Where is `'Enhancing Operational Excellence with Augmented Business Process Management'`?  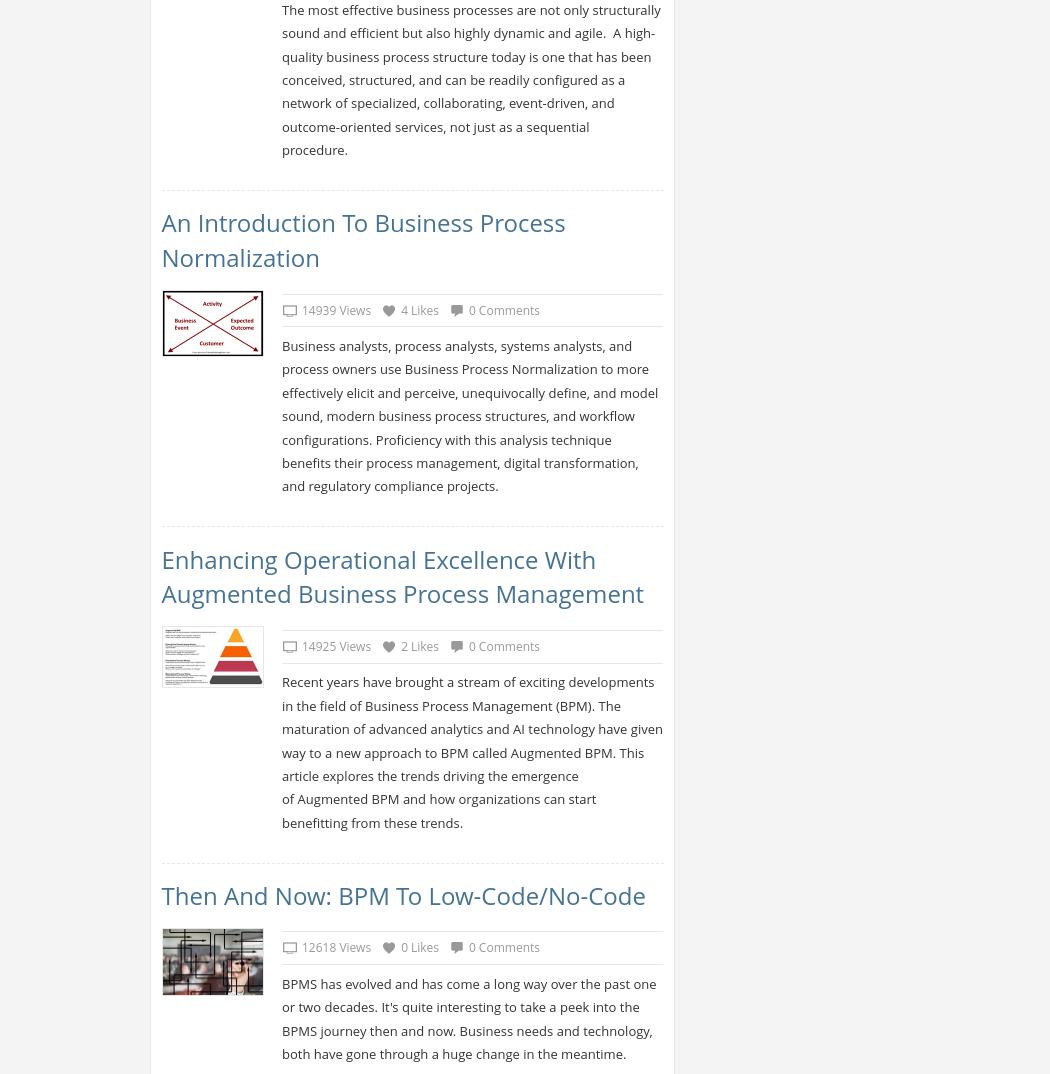
'Enhancing Operational Excellence with Augmented Business Process Management' is located at coordinates (402, 574).